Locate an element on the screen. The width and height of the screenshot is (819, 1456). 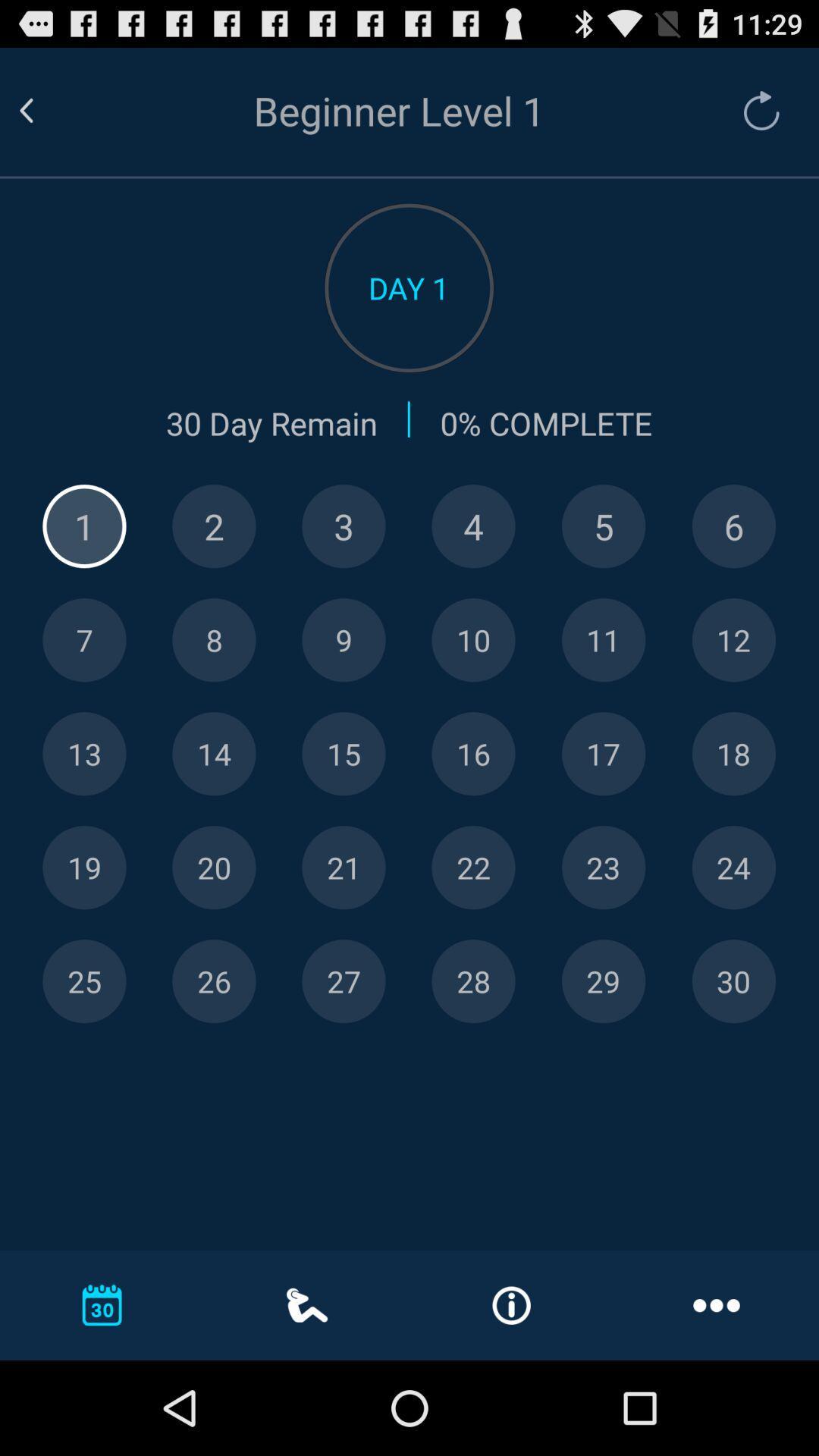
specific day is located at coordinates (84, 981).